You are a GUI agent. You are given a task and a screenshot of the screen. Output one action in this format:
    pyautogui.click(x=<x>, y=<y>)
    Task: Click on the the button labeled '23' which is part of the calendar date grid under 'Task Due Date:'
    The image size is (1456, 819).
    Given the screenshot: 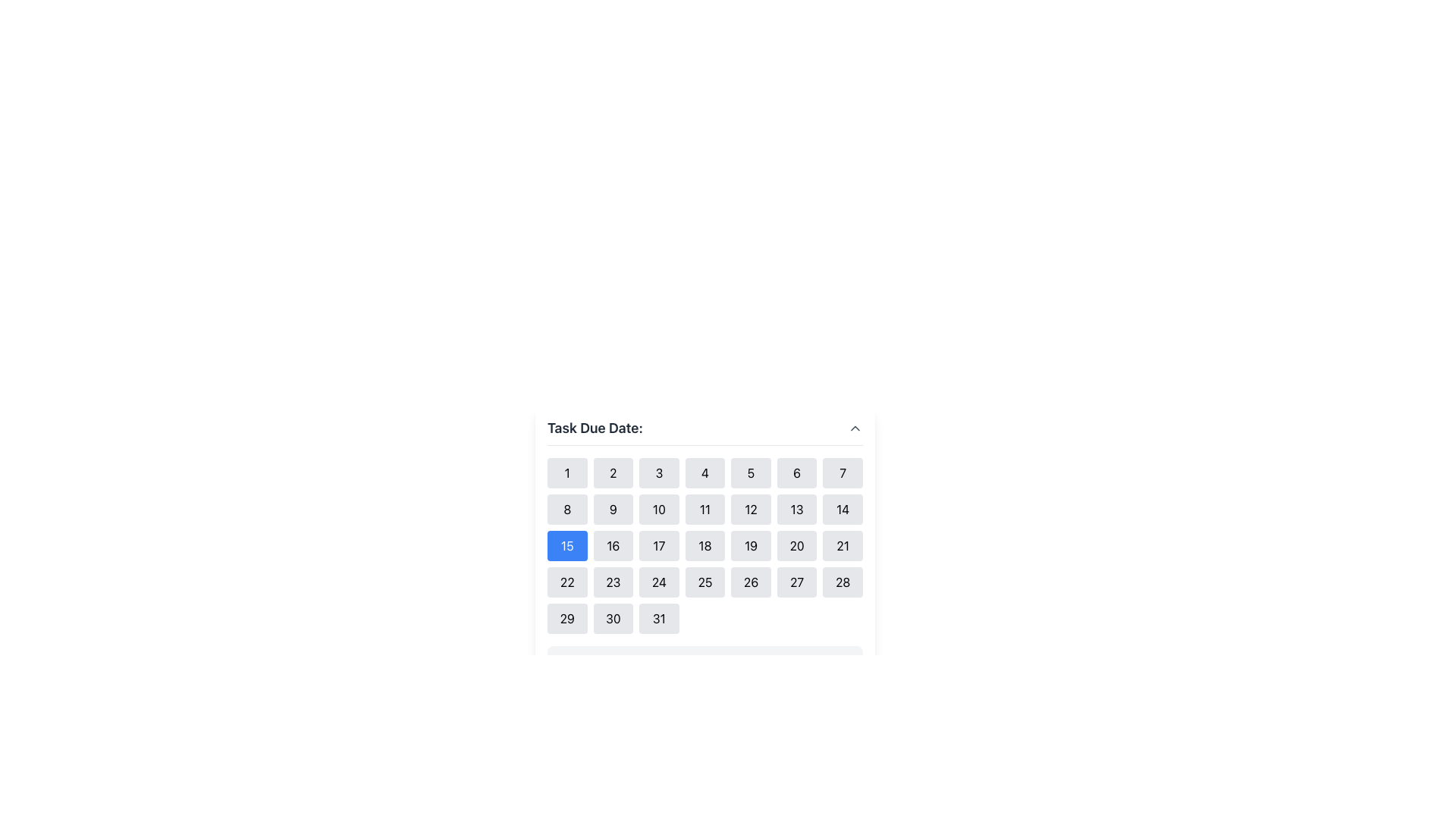 What is the action you would take?
    pyautogui.click(x=613, y=581)
    